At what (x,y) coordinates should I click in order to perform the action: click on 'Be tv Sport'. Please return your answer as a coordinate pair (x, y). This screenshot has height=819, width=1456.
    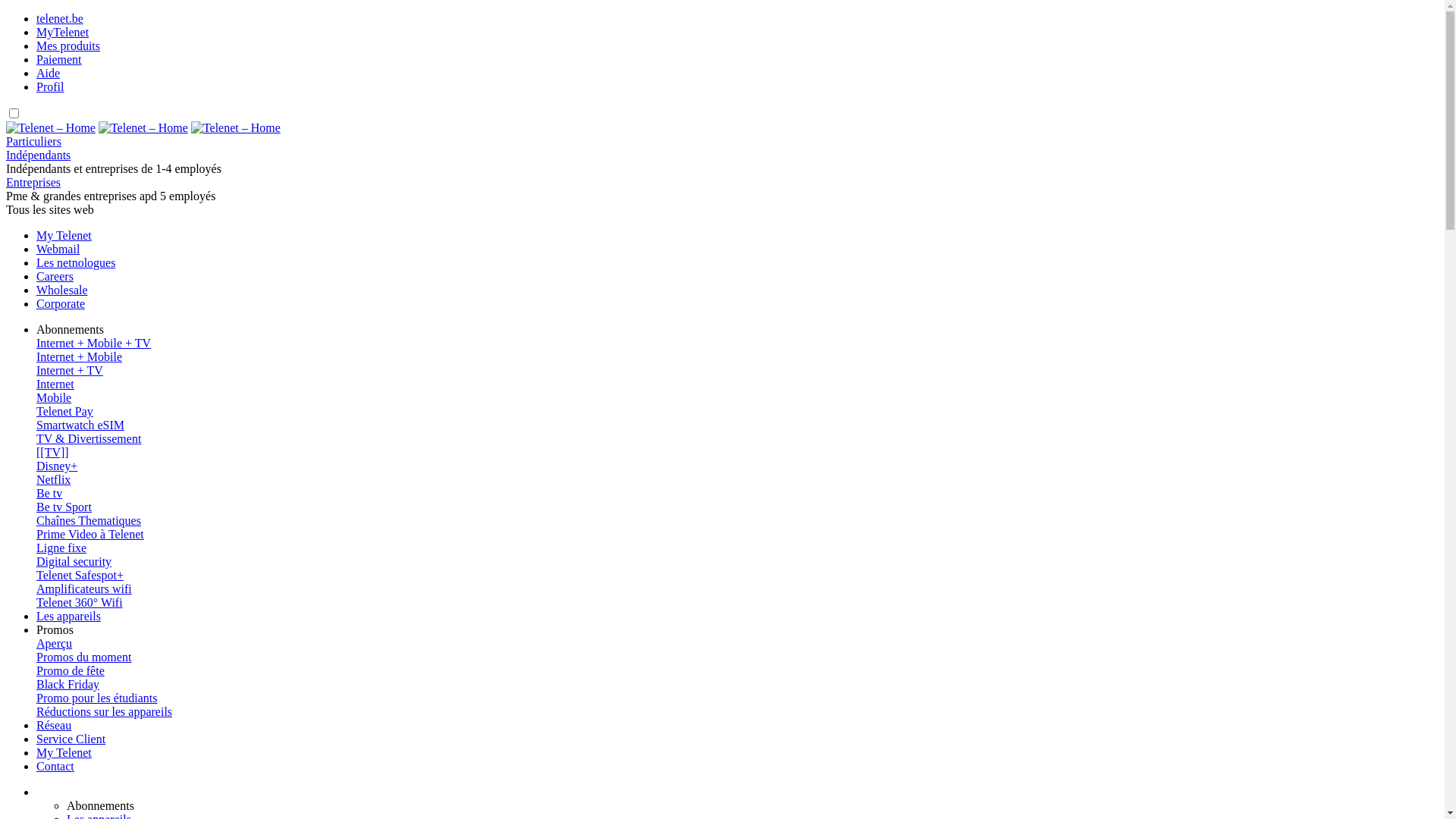
    Looking at the image, I should click on (63, 507).